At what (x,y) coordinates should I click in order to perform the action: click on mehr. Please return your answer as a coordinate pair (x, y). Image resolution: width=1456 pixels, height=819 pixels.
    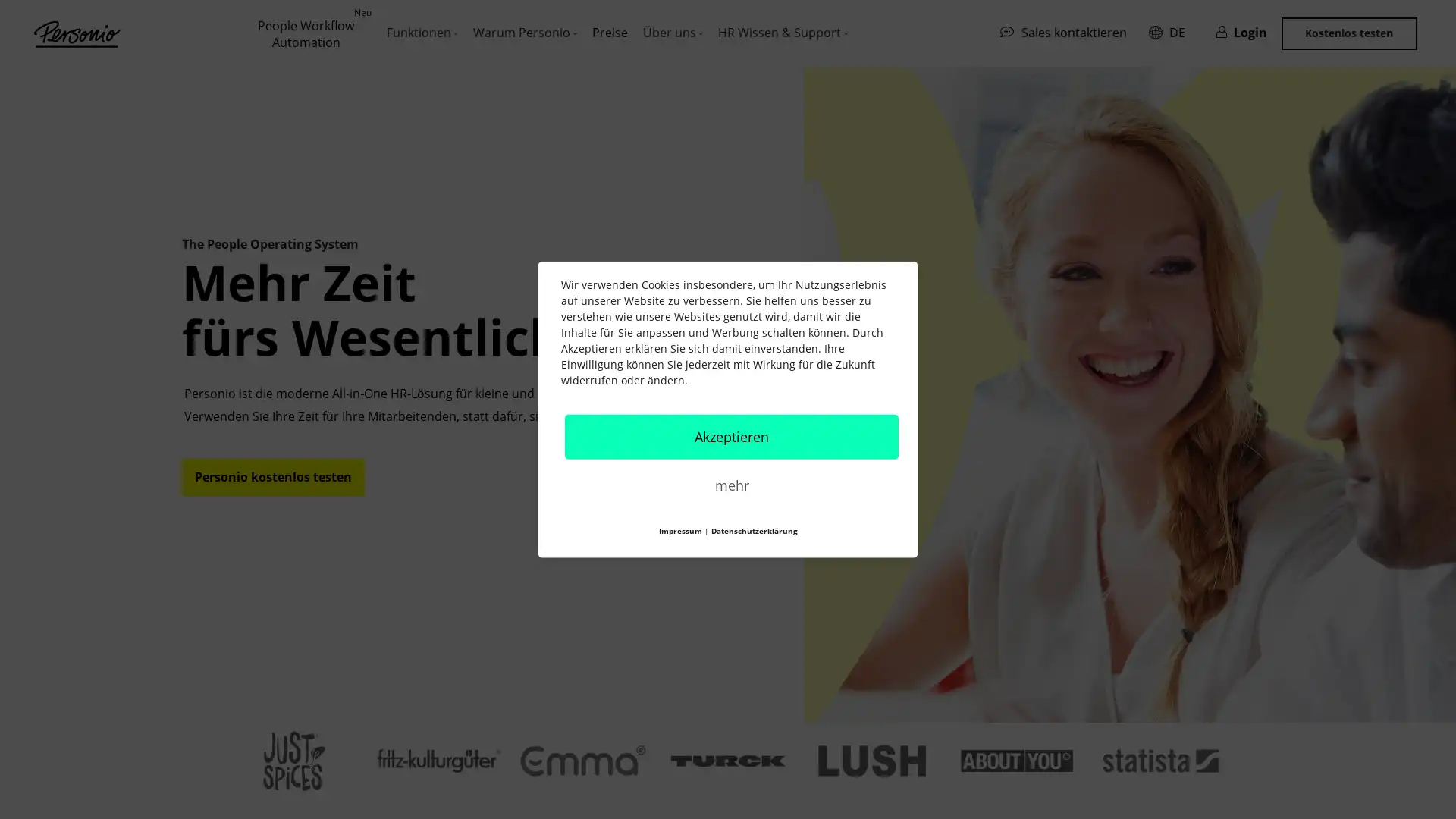
    Looking at the image, I should click on (731, 485).